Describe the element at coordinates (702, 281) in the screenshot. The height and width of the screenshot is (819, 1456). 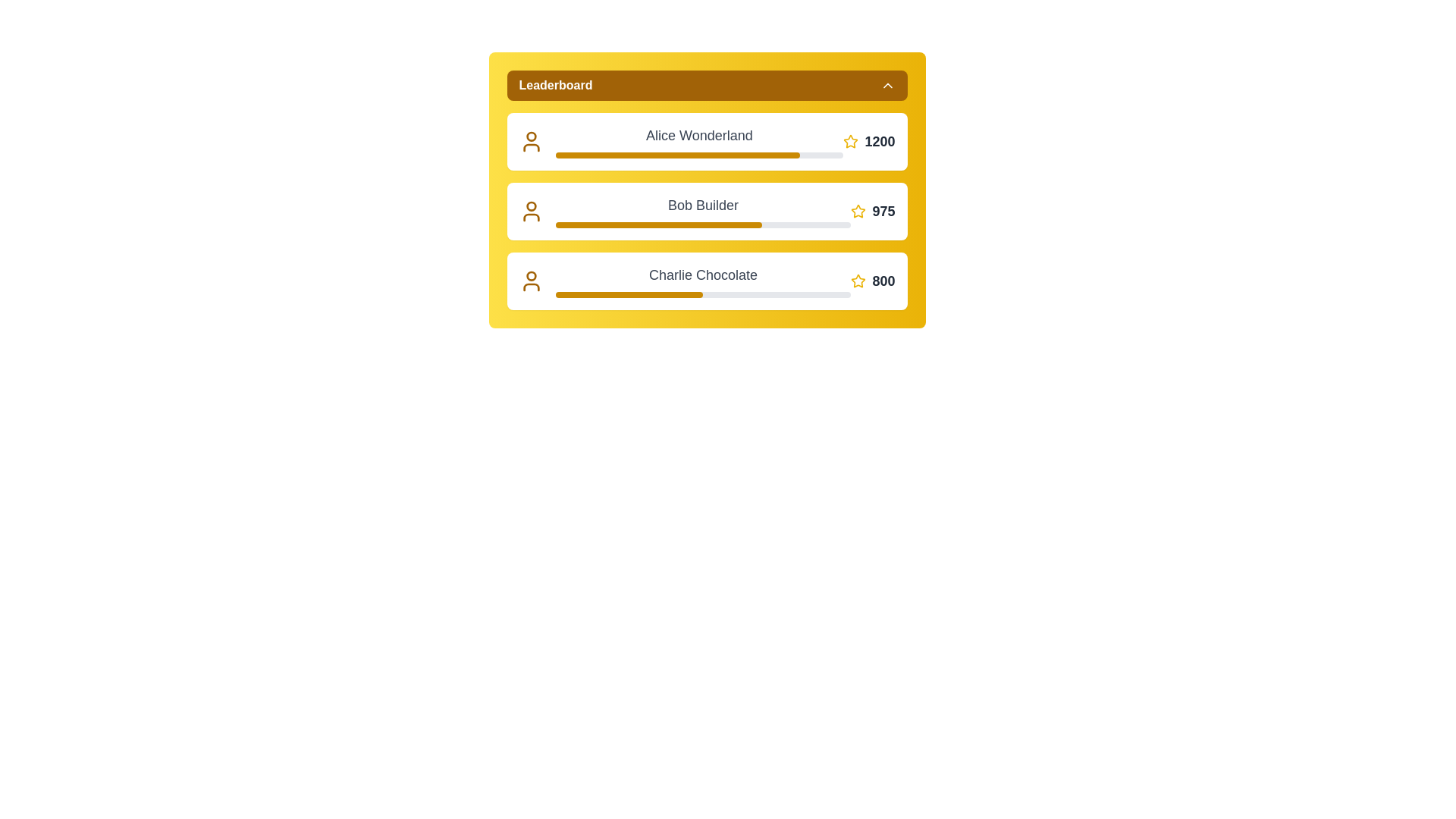
I see `the text label displaying 'Charlie Chocolate' in the leaderboard interface, which is located in the bottommost row of the leaderboard` at that location.